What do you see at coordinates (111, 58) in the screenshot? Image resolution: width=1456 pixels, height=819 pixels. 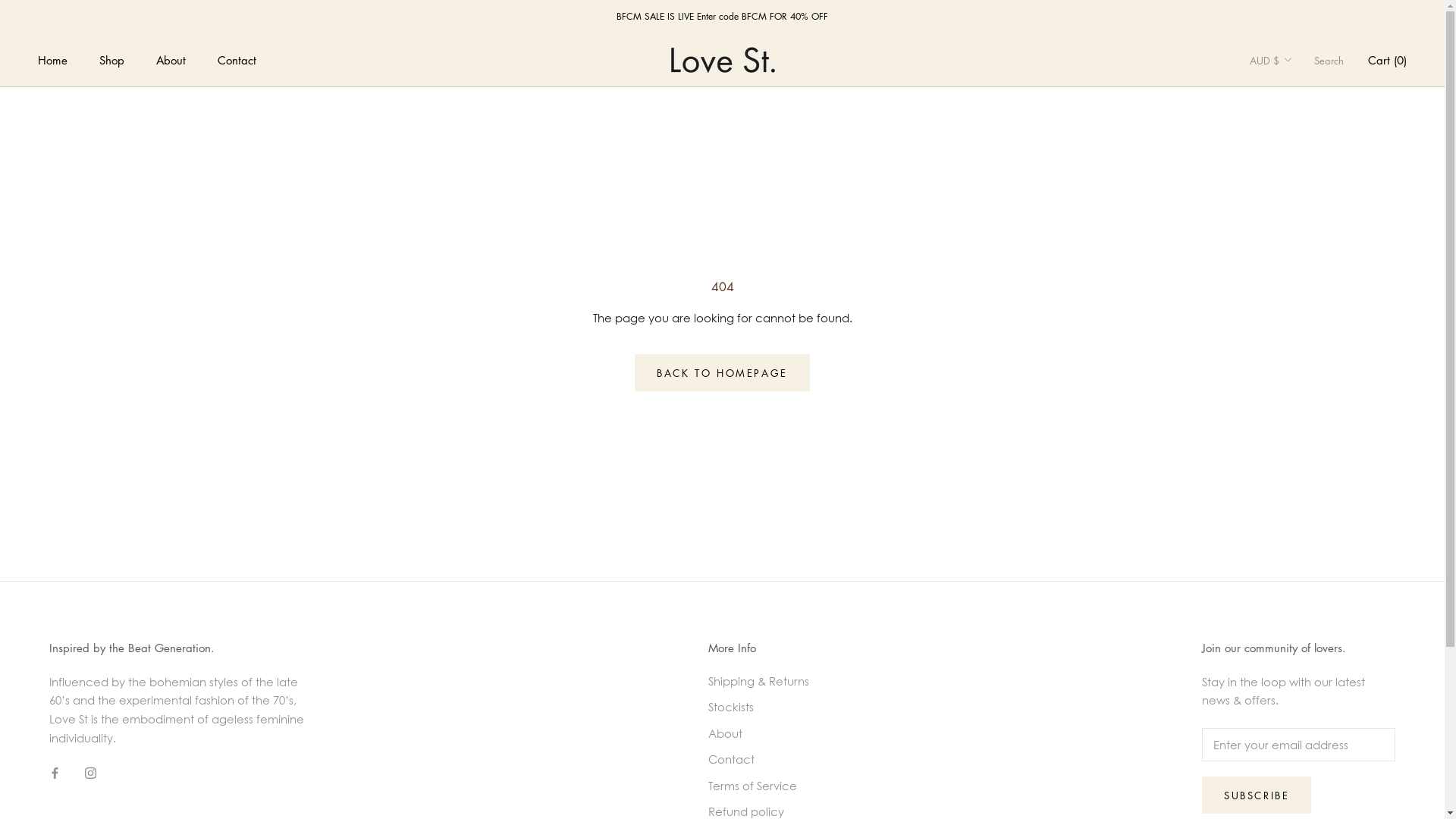 I see `'Shop'` at bounding box center [111, 58].